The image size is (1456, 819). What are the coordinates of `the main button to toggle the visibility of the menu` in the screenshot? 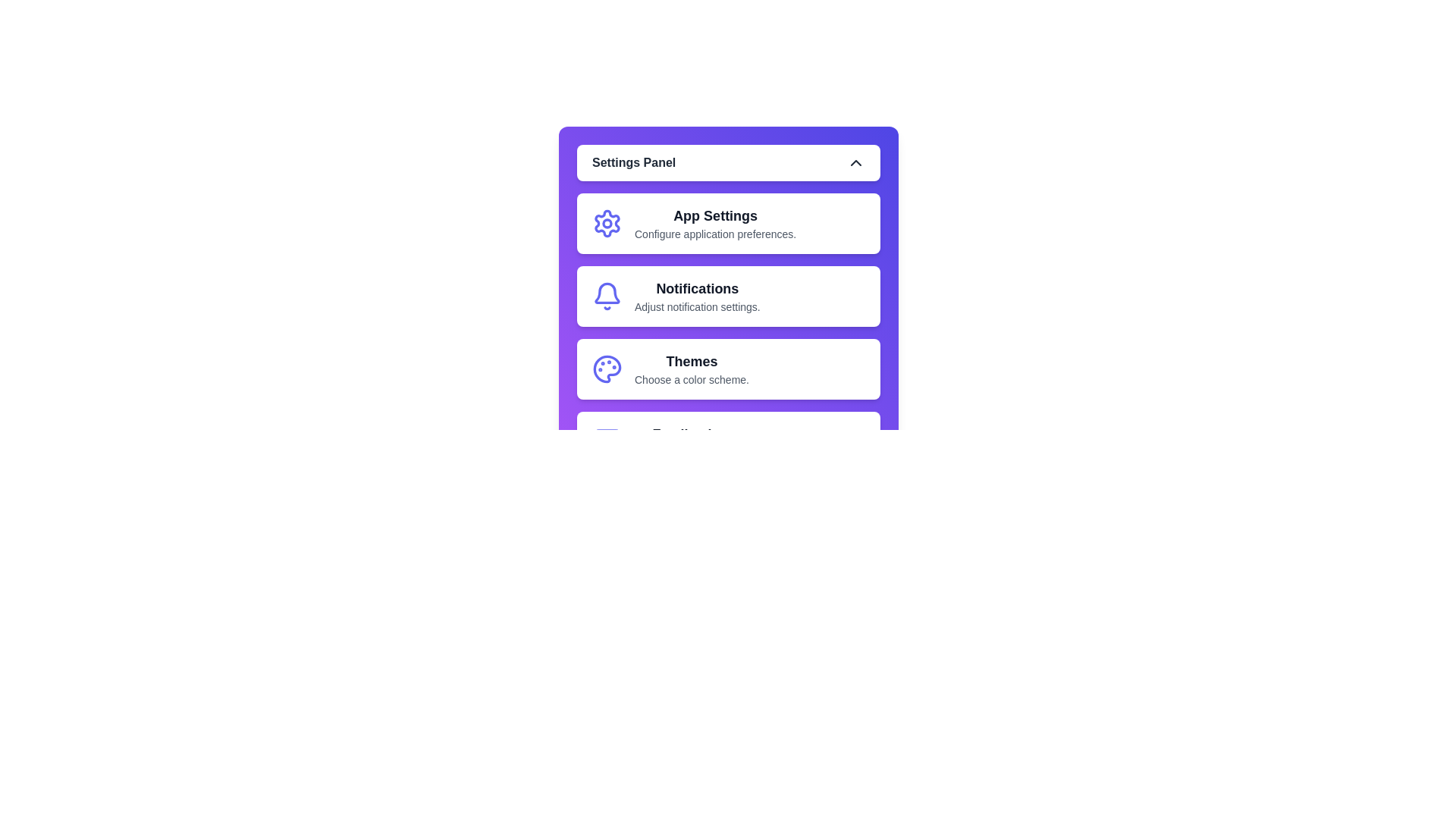 It's located at (728, 163).